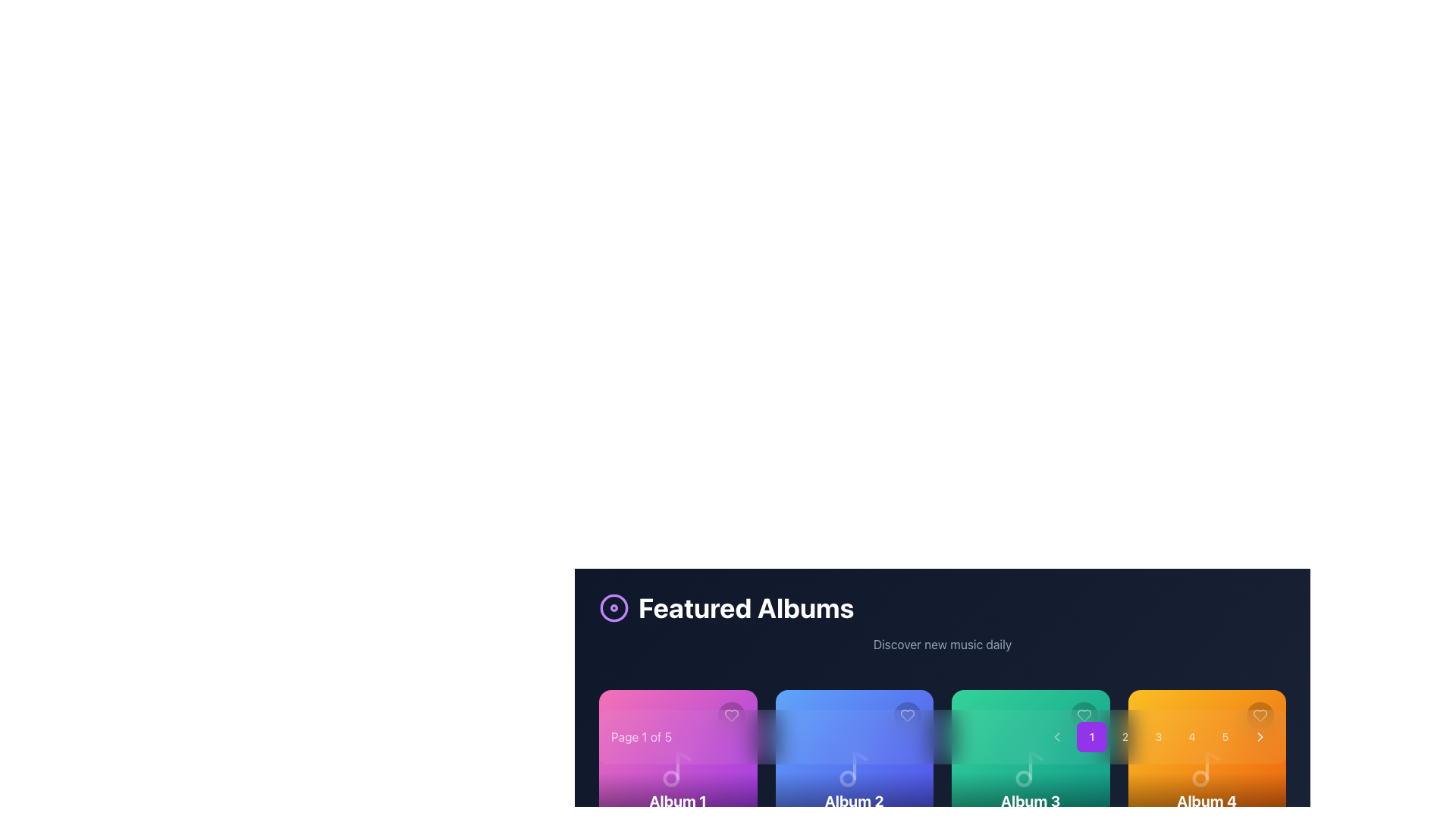  What do you see at coordinates (642, 736) in the screenshot?
I see `the text label displaying 'Page 1 of 5' which is located within a purple rectangle at the bottom left of the interface` at bounding box center [642, 736].